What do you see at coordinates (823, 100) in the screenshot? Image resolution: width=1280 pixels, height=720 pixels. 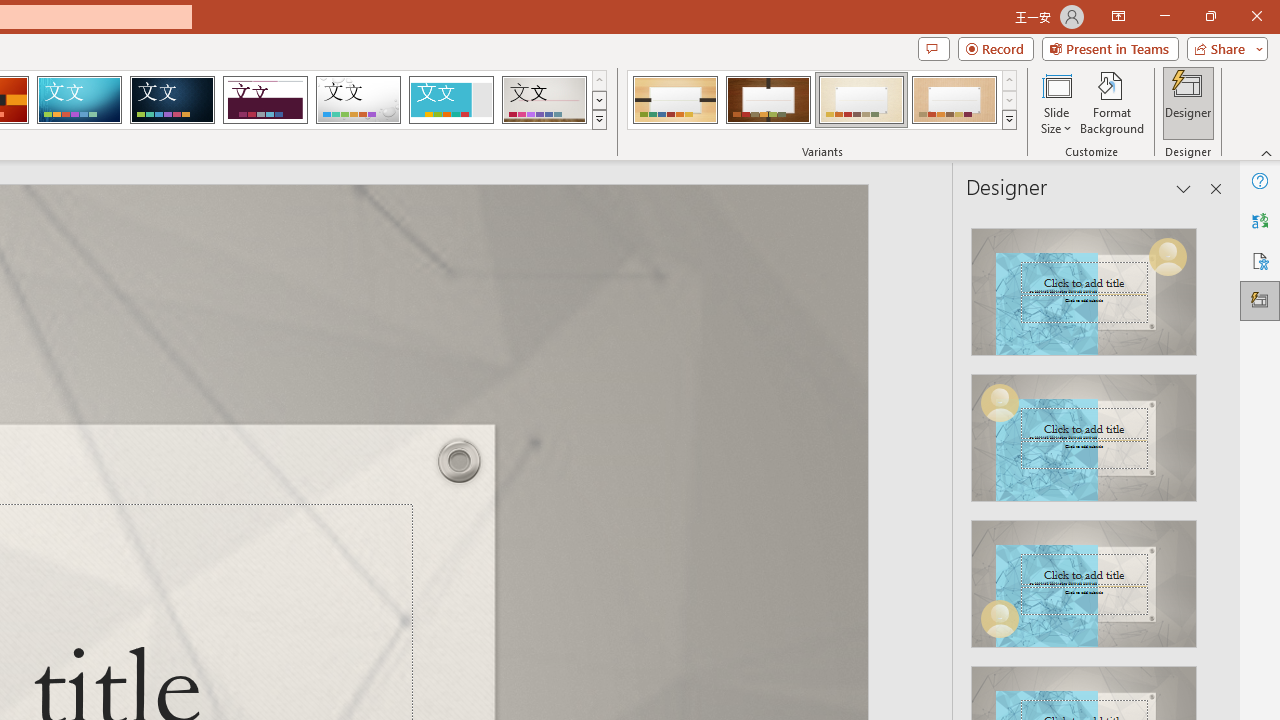 I see `'AutomationID: ThemeVariantsGallery'` at bounding box center [823, 100].